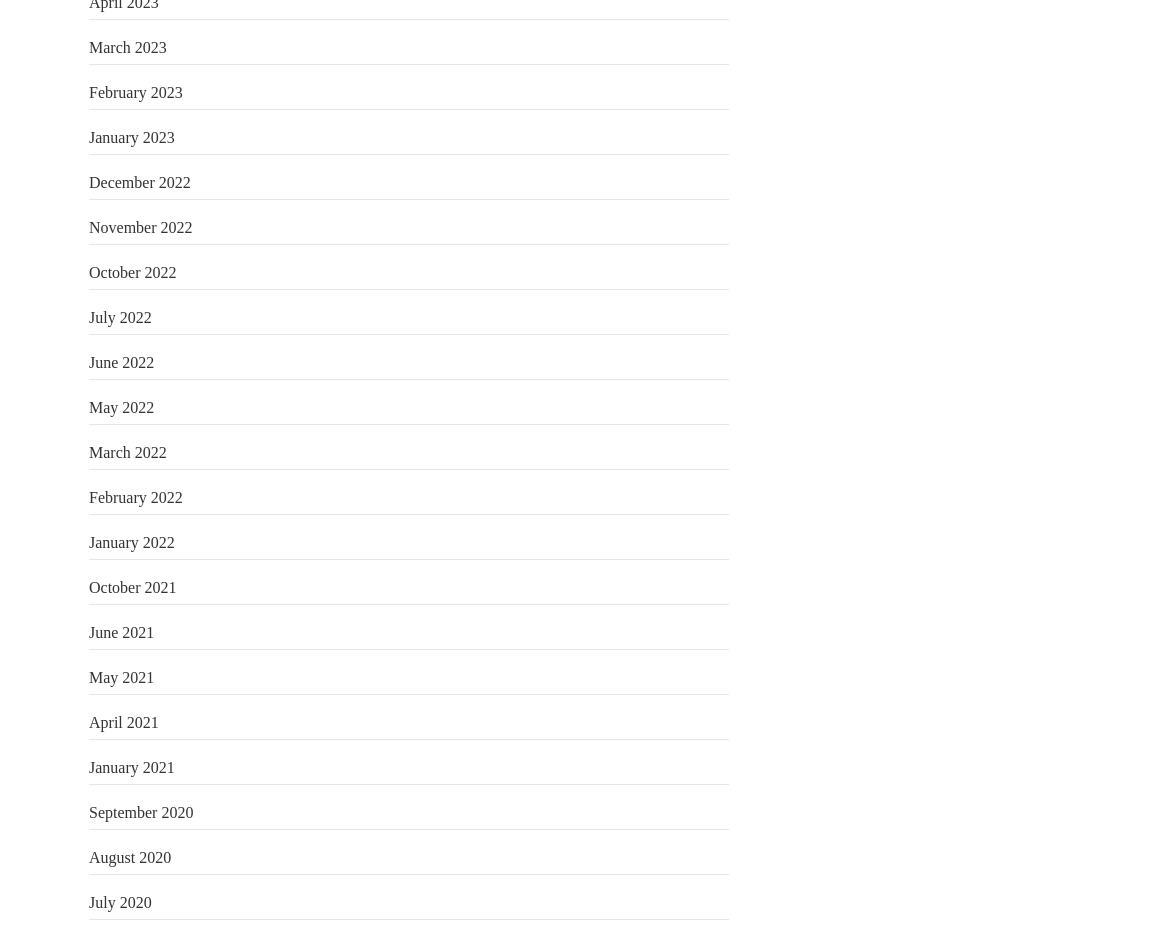 The width and height of the screenshot is (1158, 933). I want to click on 'April 2021', so click(122, 721).